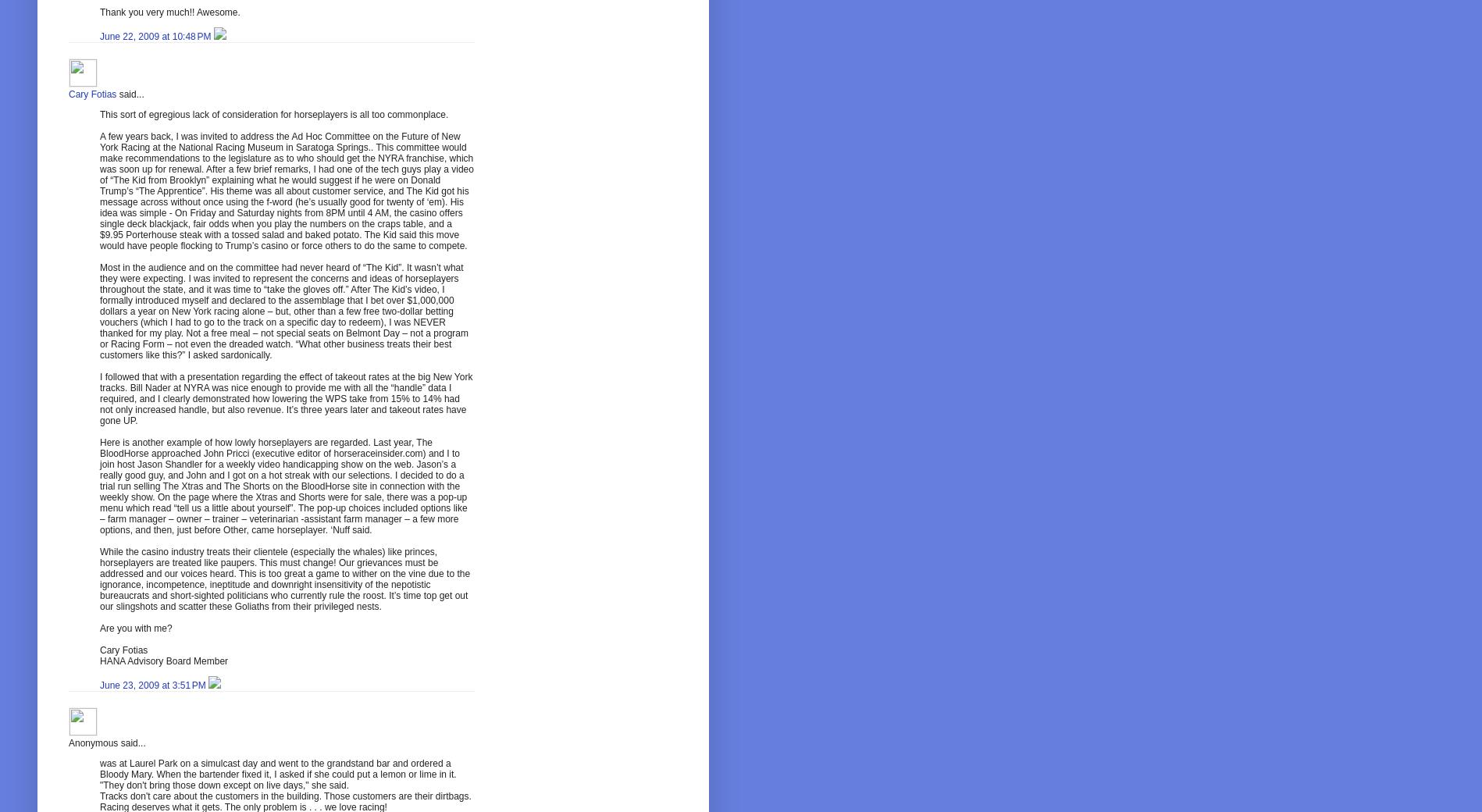 This screenshot has height=812, width=1482. I want to click on 'Here is another example of how lowly horseplayers are regarded. Last year, The BloodHorse approached John Pricci (executive editor of horseraceinsider.com) and I to join host Jason Shandler for a weekly video handicapping show on the web.  Jason’s a really good guy, and John and I got on a hot streak with our selections.  I decided to do a trial run selling The Xtras and The Shorts on the BloodHorse site in connection with the weekly show.  On the page where the Xtras and Shorts were for sale, there was a pop-up menu which read “tell us a little about yourself”.  The pop-up choices included options like – farm manager – owner – trainer – veterinarian -assistant farm manager – a few more options, and then, just before Other, came horseplayer.  ‘Nuff said.', so click(283, 485).